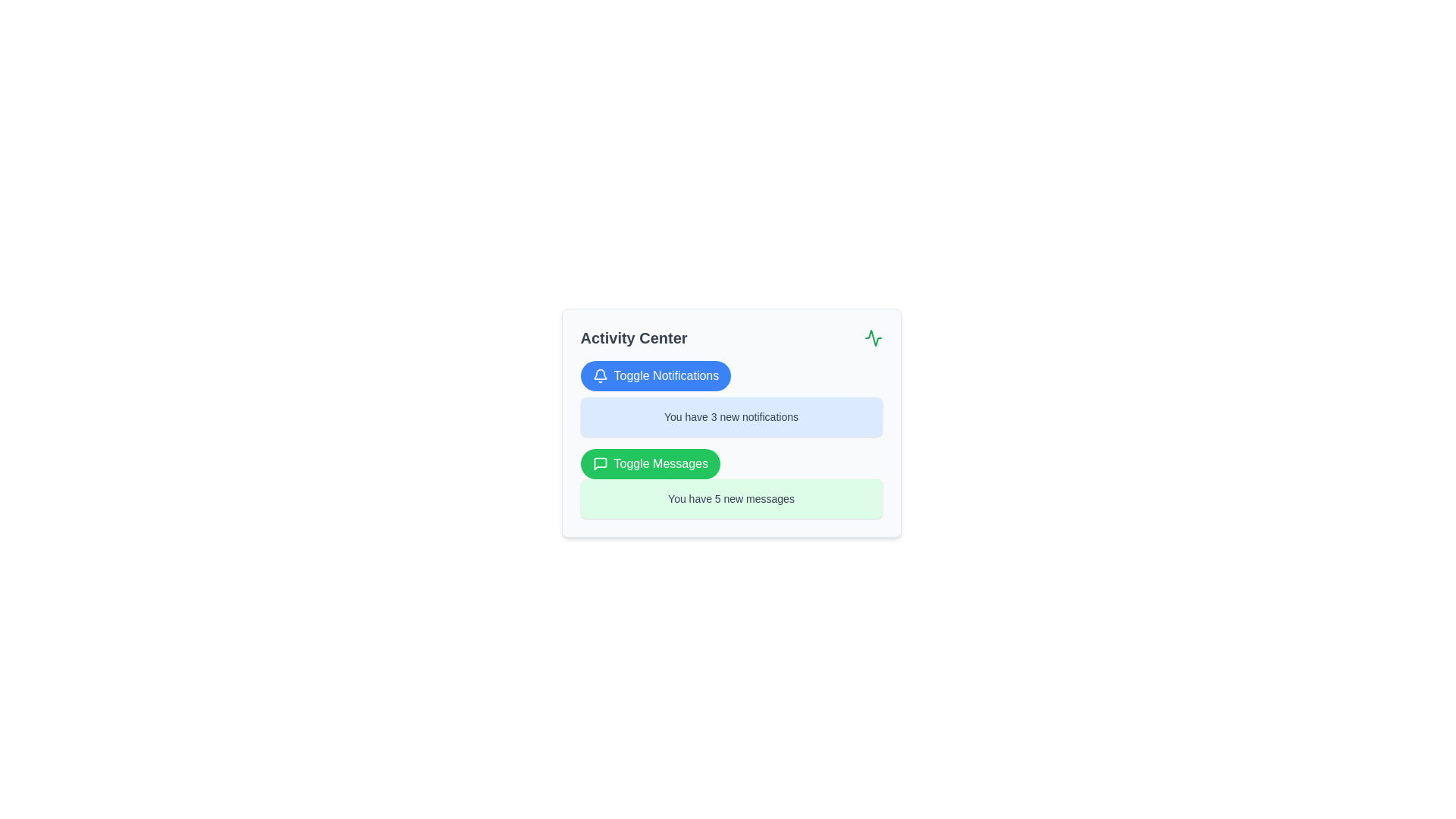 The height and width of the screenshot is (819, 1456). Describe the element at coordinates (731, 499) in the screenshot. I see `text content of the notification box with a light green background that states 'You have 5 new messages', located below the 'Toggle Messages' button in the 'Activity Center'` at that location.